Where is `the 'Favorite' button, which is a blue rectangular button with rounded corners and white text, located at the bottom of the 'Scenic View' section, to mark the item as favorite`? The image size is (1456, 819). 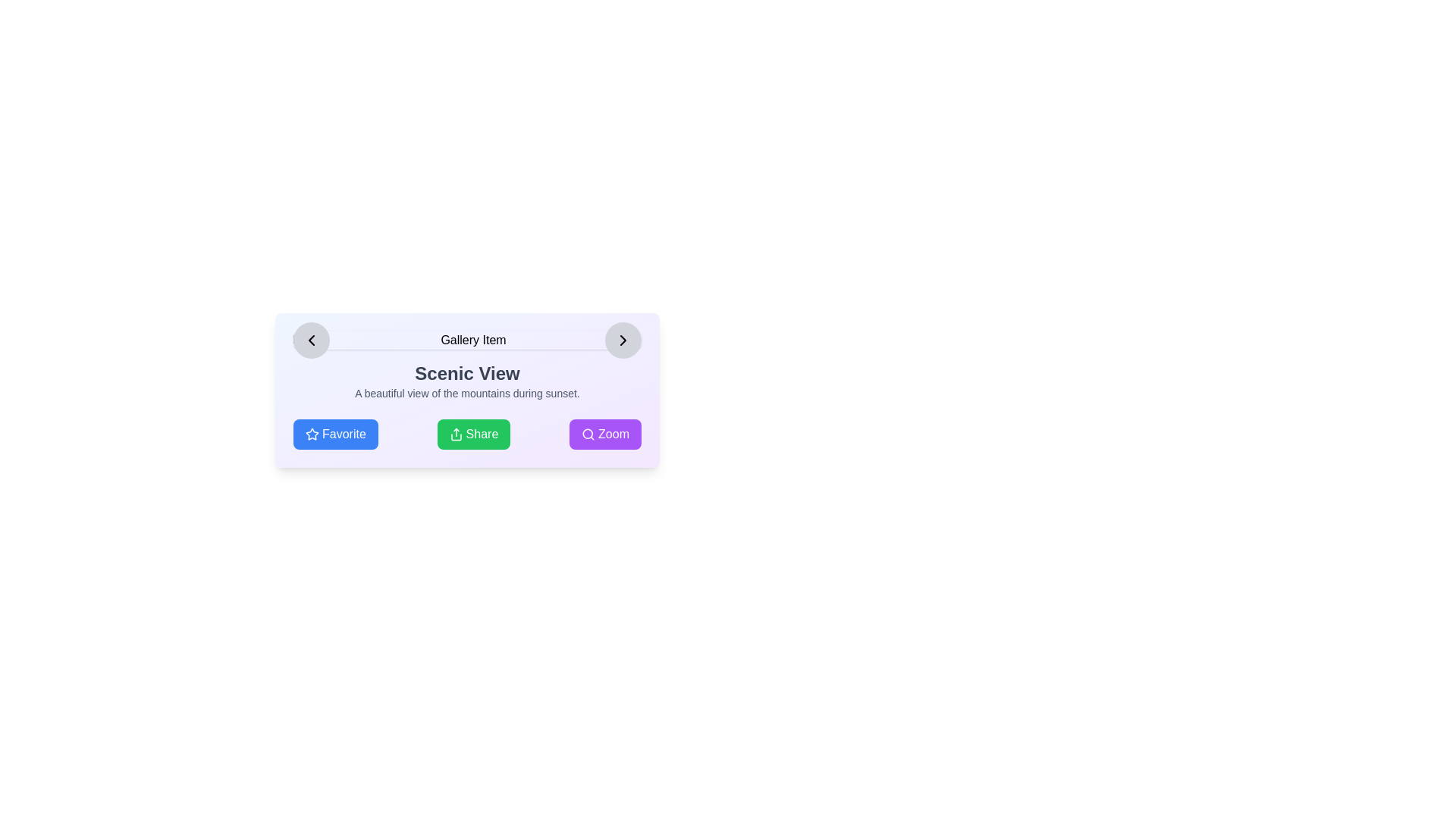
the 'Favorite' button, which is a blue rectangular button with rounded corners and white text, located at the bottom of the 'Scenic View' section, to mark the item as favorite is located at coordinates (334, 435).